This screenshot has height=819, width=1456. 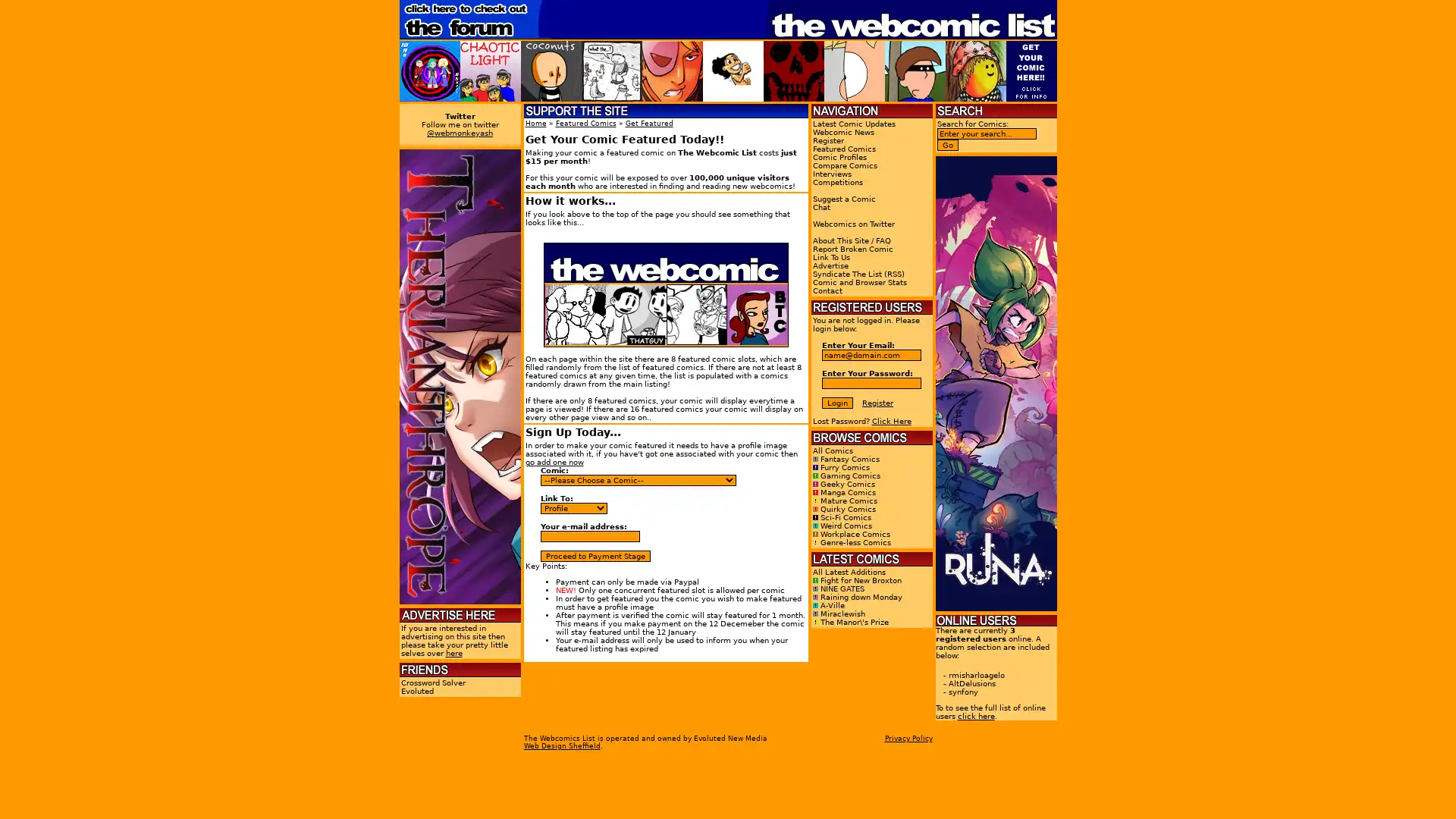 What do you see at coordinates (946, 145) in the screenshot?
I see `Go` at bounding box center [946, 145].